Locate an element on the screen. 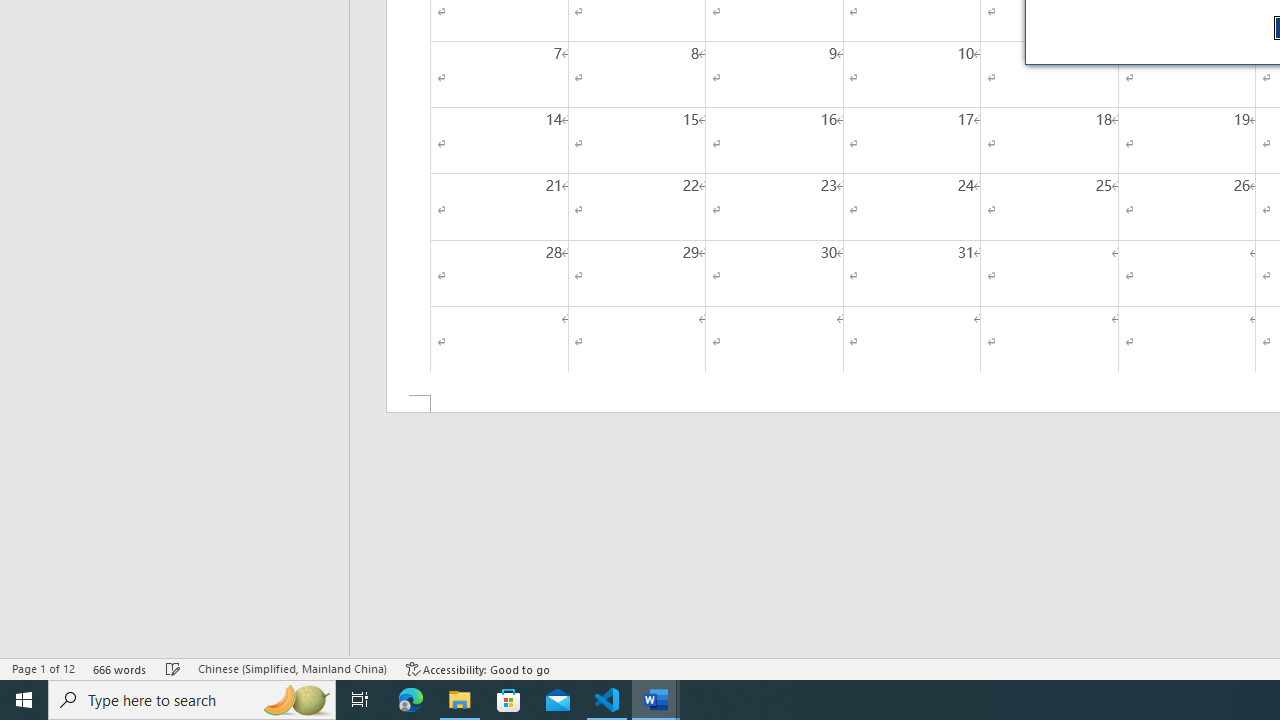 This screenshot has width=1280, height=720. 'Microsoft Store' is located at coordinates (509, 698).